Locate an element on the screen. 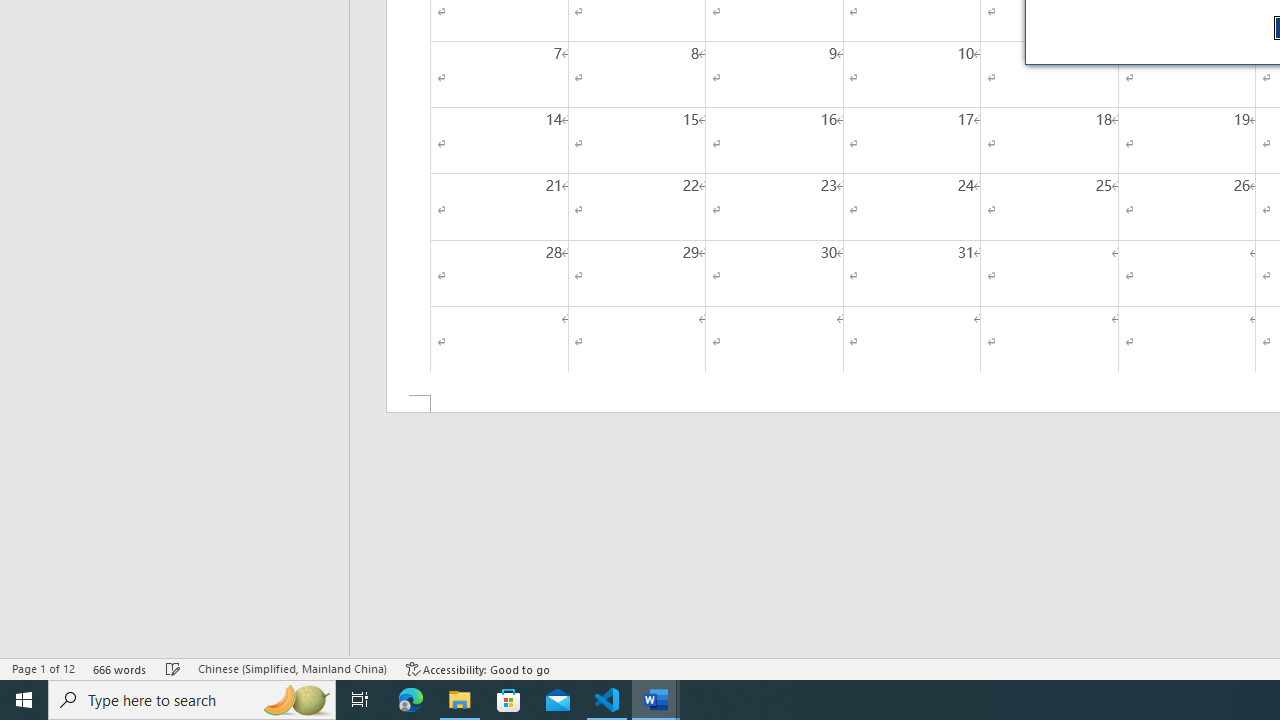 This screenshot has width=1280, height=720. 'Microsoft Store' is located at coordinates (509, 698).